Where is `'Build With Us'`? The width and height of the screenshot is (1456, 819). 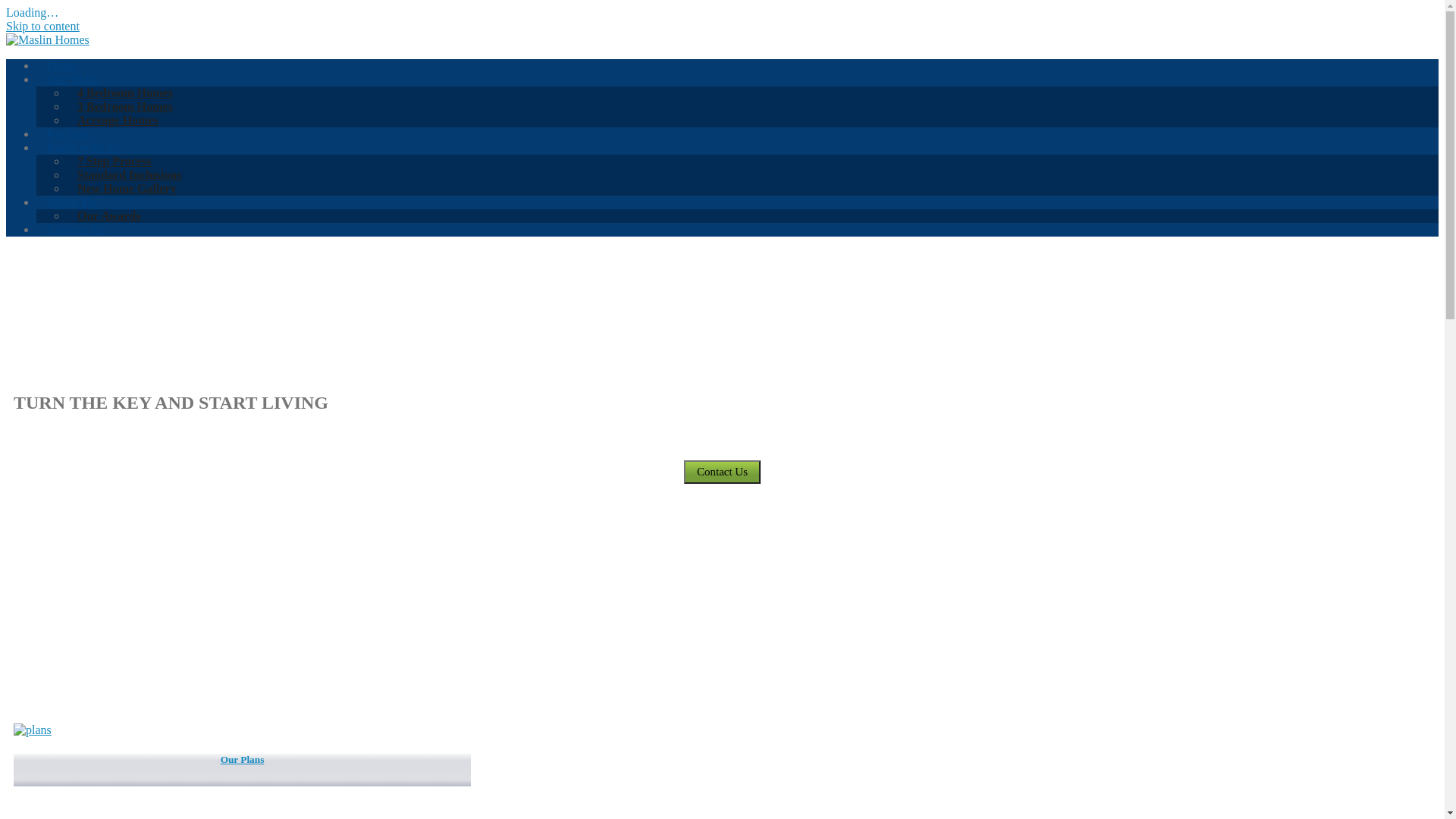 'Build With Us' is located at coordinates (83, 147).